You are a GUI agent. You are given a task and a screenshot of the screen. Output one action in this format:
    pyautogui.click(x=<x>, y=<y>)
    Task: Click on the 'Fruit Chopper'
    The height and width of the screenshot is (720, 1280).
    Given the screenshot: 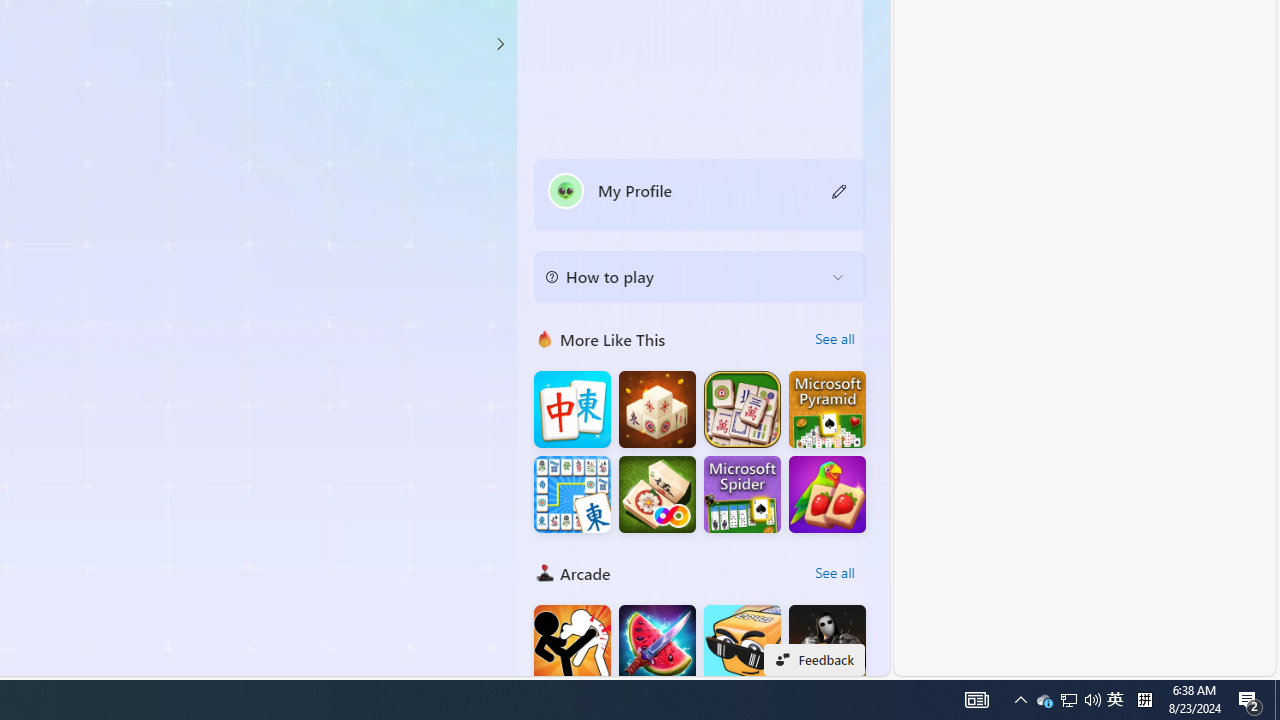 What is the action you would take?
    pyautogui.click(x=657, y=643)
    